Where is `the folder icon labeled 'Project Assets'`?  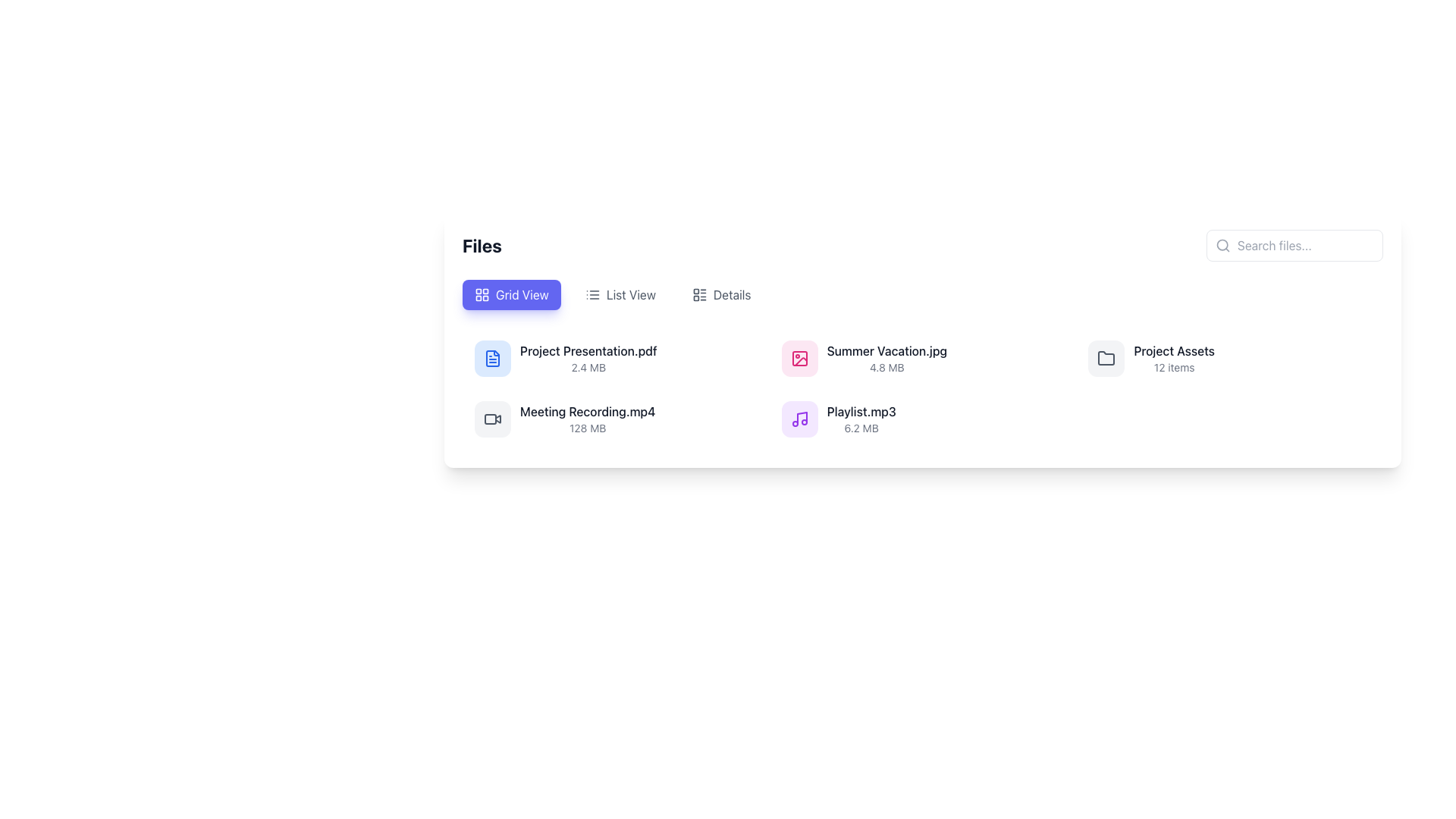 the folder icon labeled 'Project Assets' is located at coordinates (1106, 358).